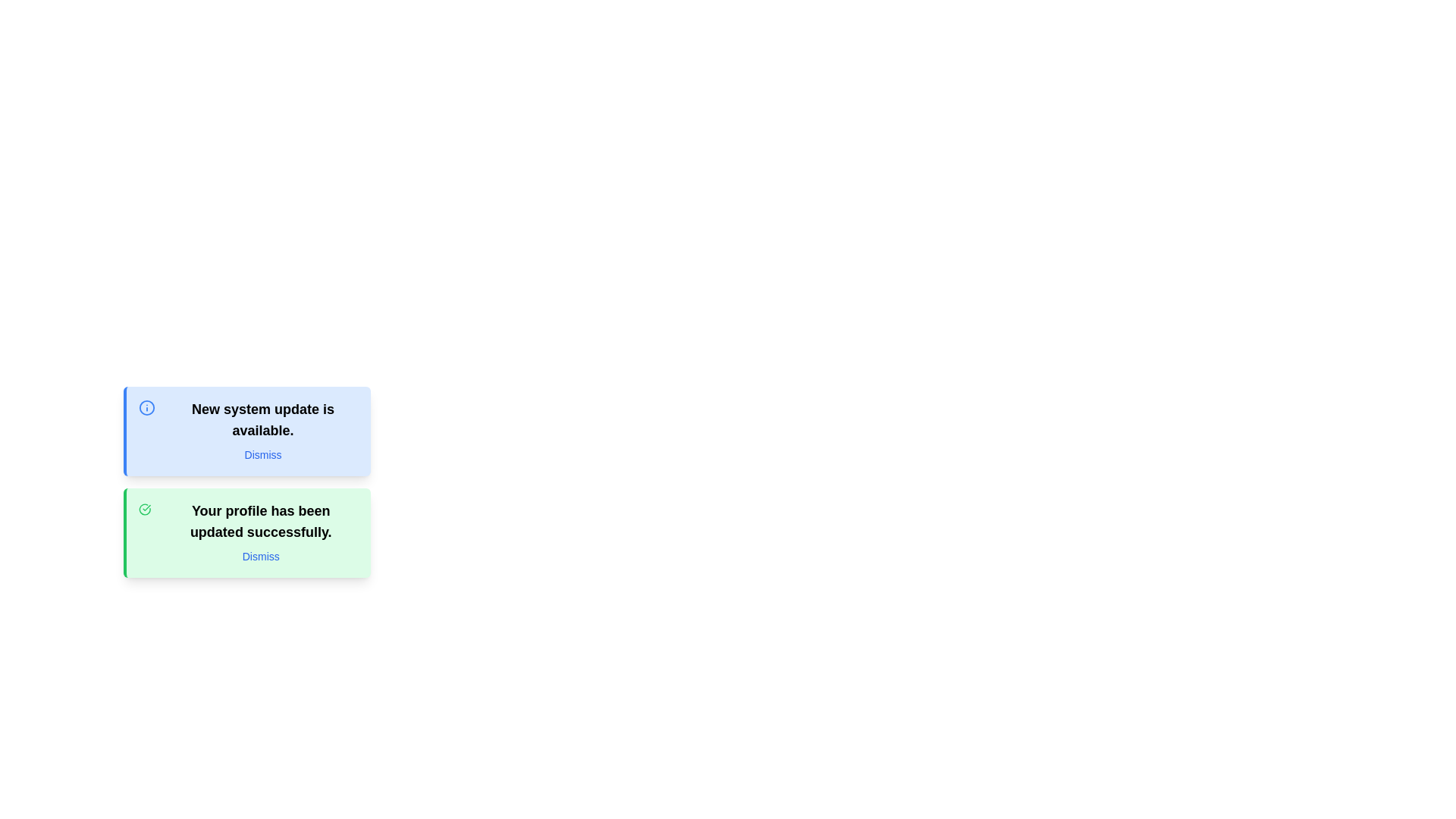  I want to click on the static text that informs the user about the successful update of their profile, which is located in the lower notification card above the 'Dismiss' link, so click(261, 520).